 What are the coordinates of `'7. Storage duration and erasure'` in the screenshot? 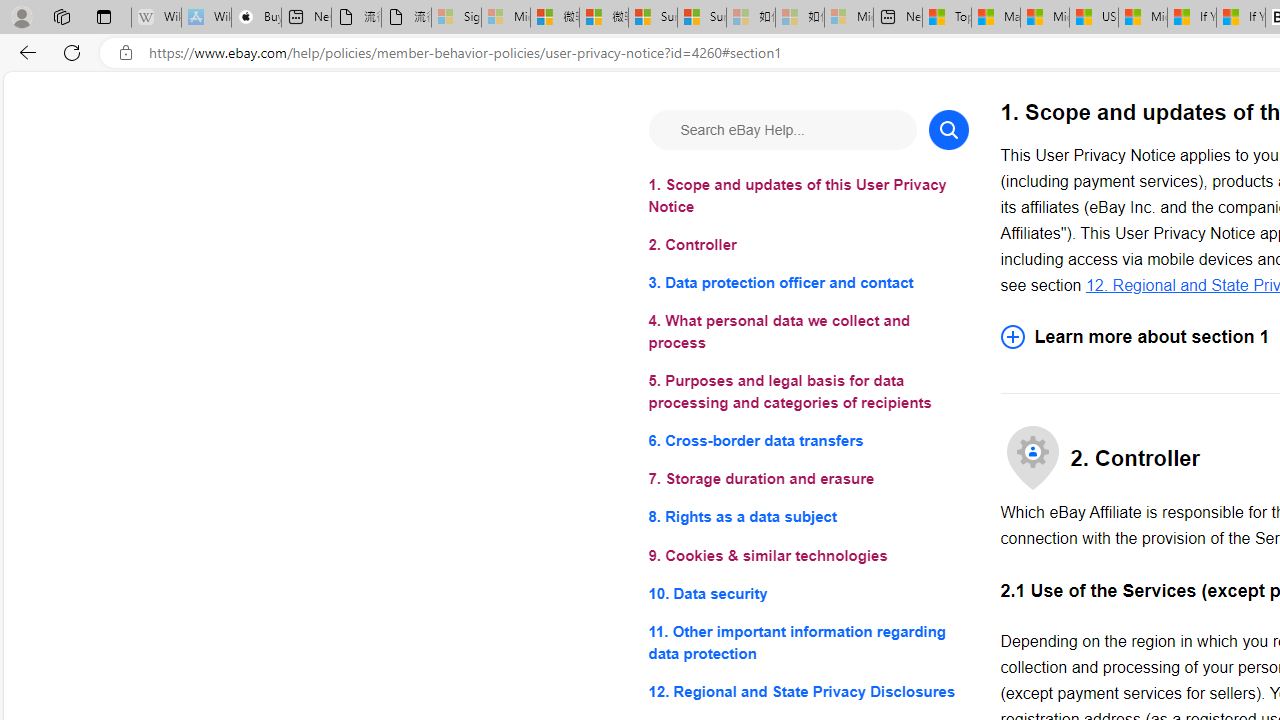 It's located at (808, 479).